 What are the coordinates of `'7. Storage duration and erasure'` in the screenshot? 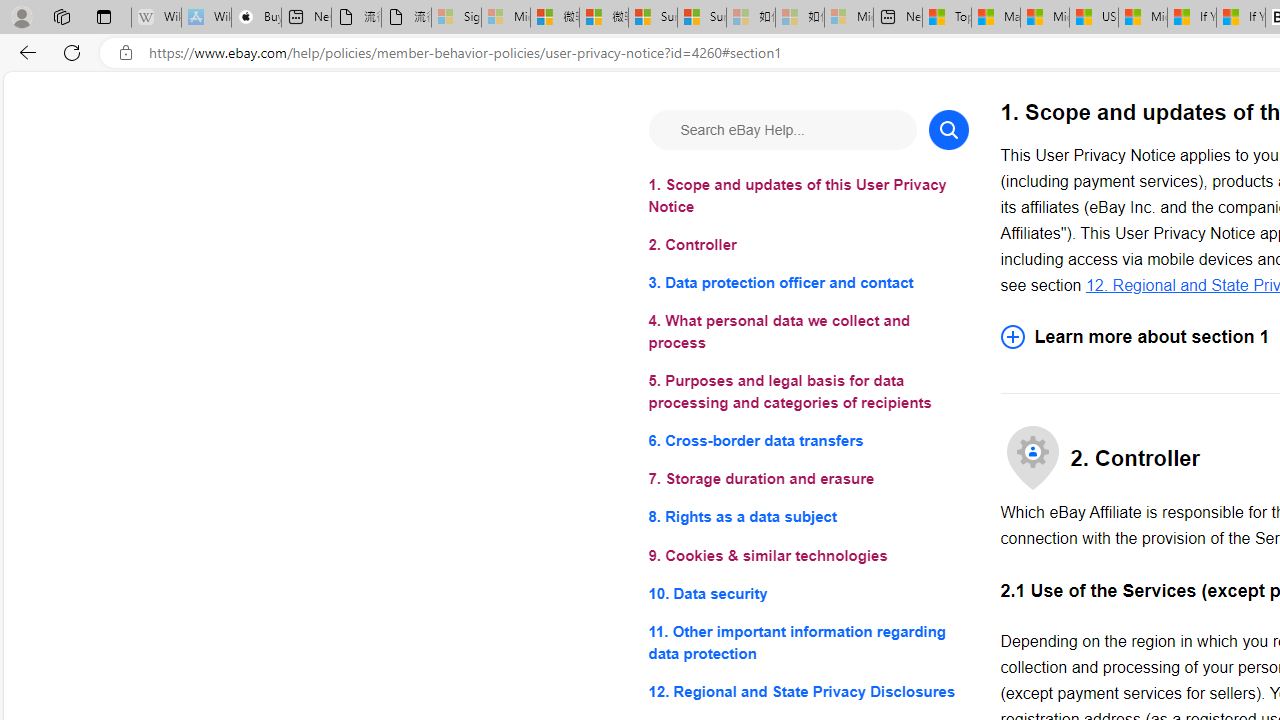 It's located at (808, 479).